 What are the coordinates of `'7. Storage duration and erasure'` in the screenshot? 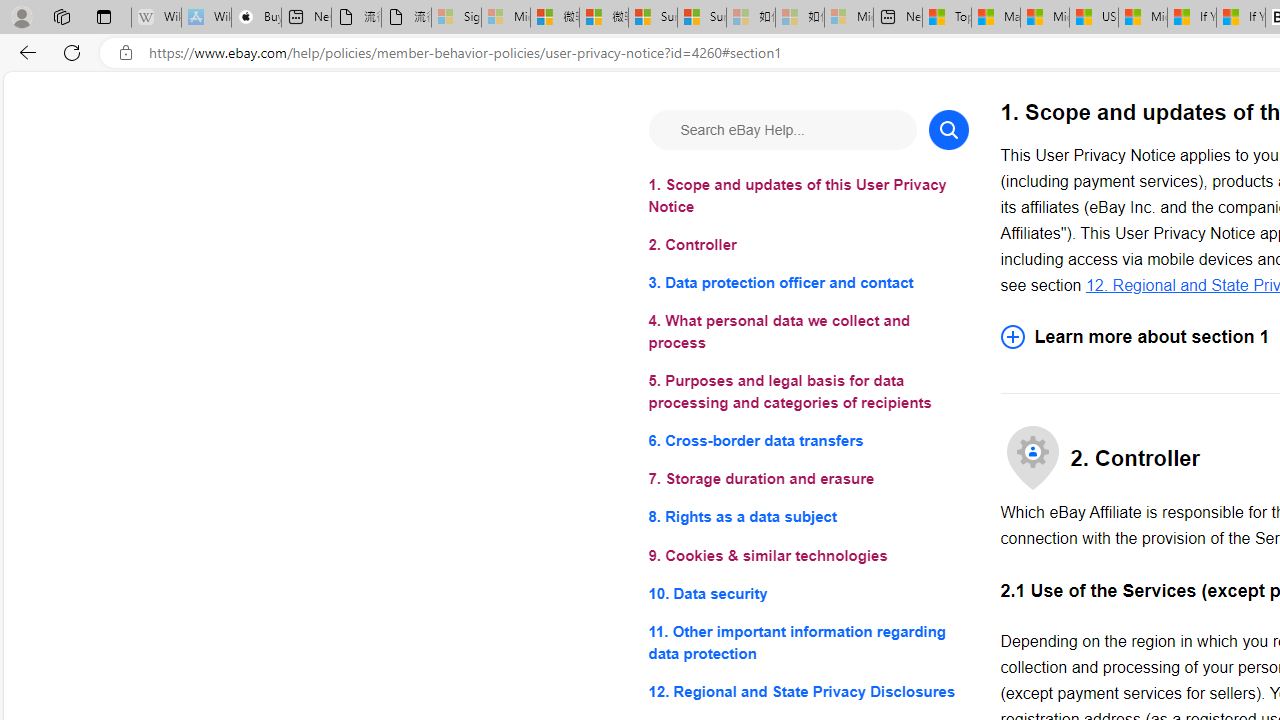 It's located at (808, 479).